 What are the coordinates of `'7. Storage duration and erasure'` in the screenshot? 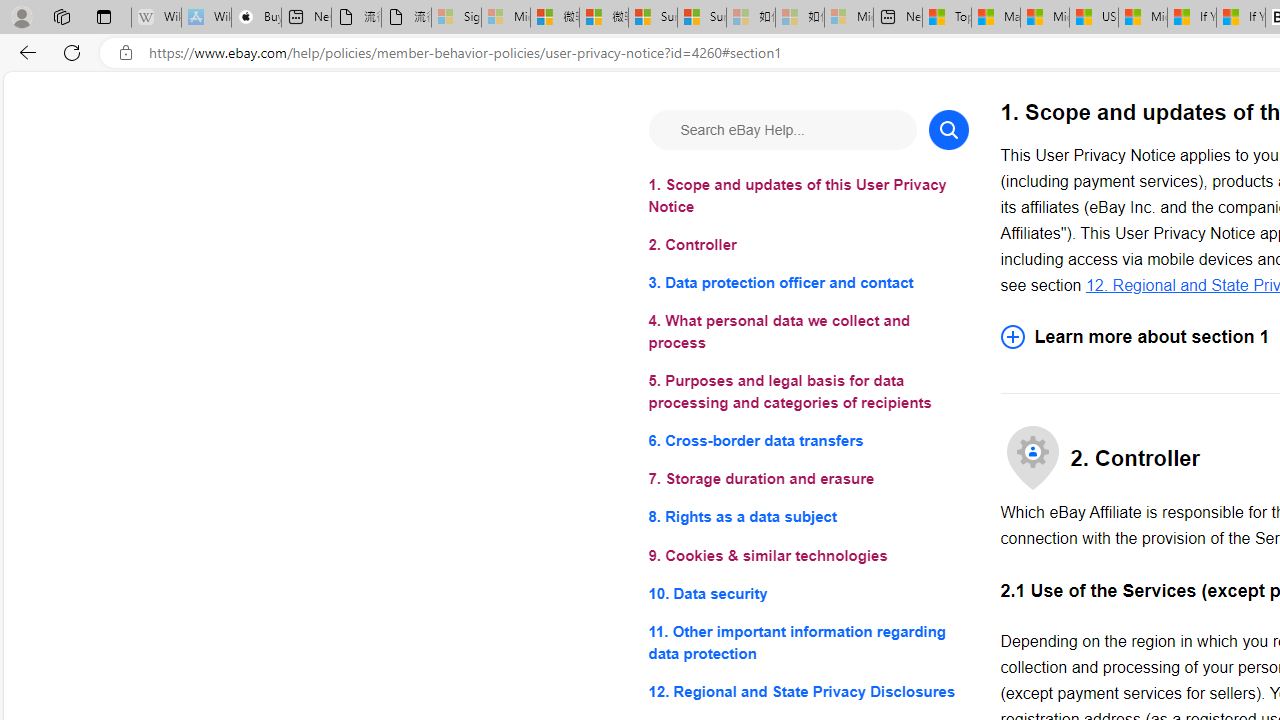 It's located at (808, 479).